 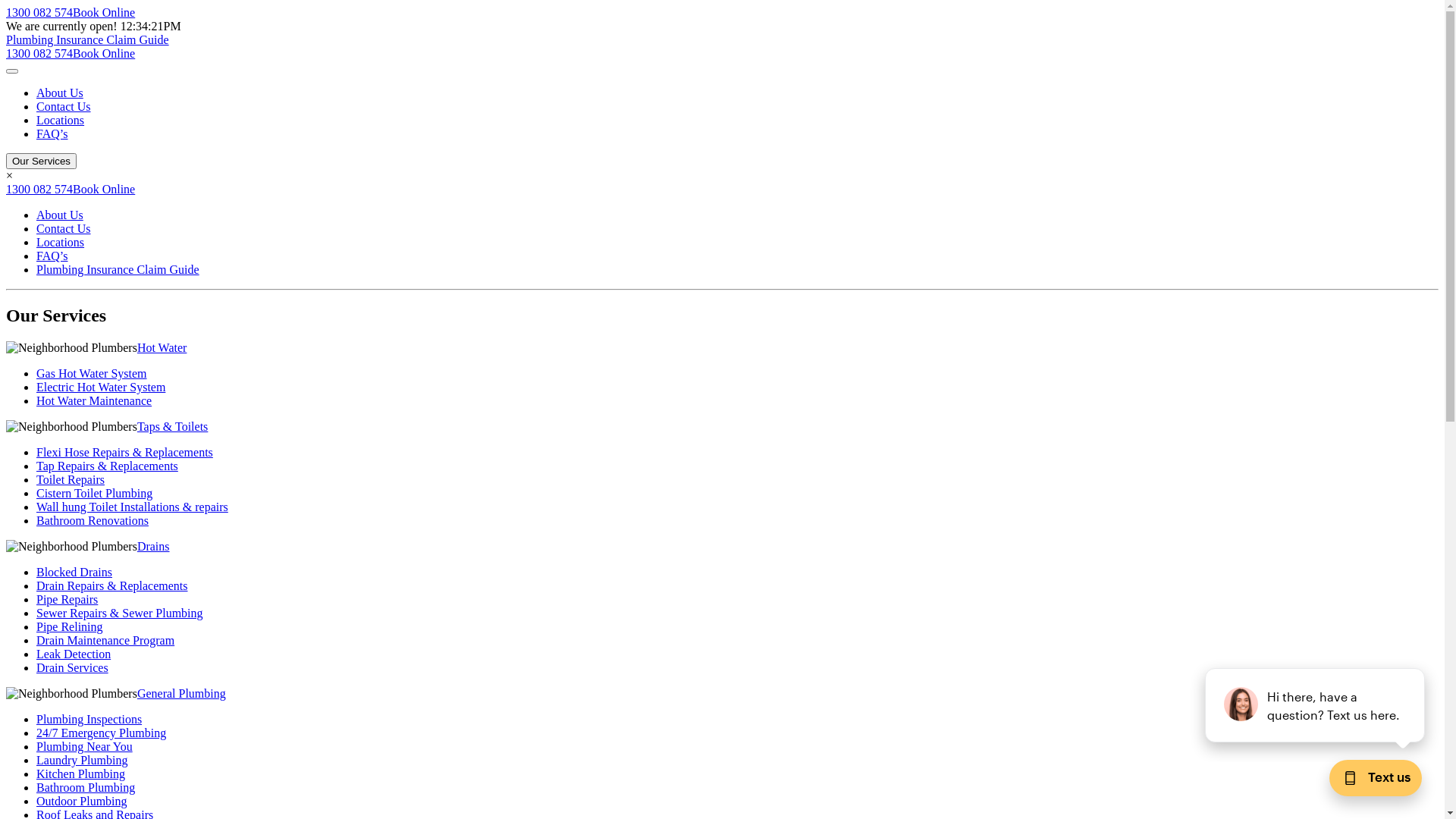 What do you see at coordinates (36, 479) in the screenshot?
I see `'Toilet Repairs'` at bounding box center [36, 479].